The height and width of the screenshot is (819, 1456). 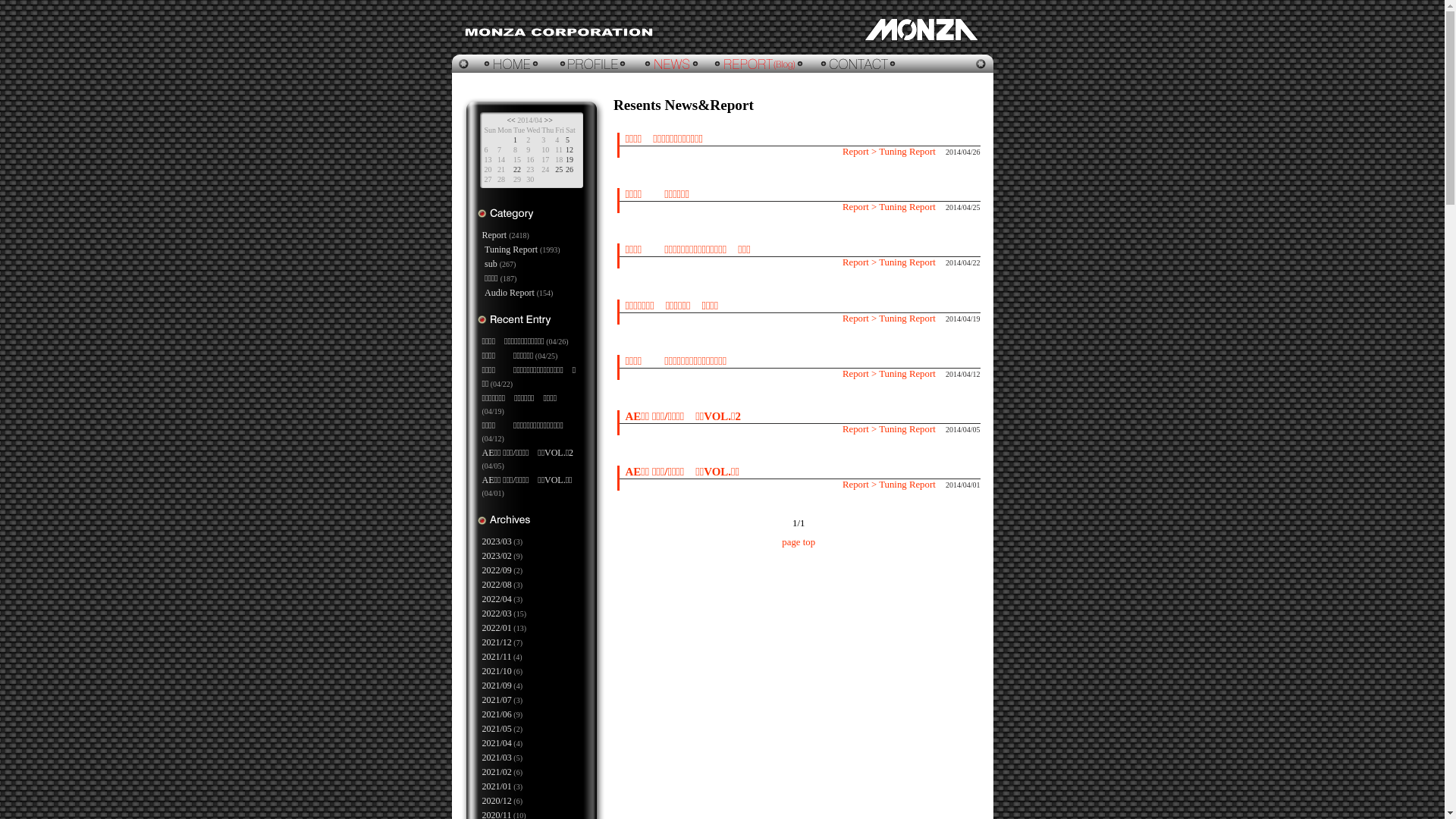 What do you see at coordinates (481, 714) in the screenshot?
I see `'2021/06'` at bounding box center [481, 714].